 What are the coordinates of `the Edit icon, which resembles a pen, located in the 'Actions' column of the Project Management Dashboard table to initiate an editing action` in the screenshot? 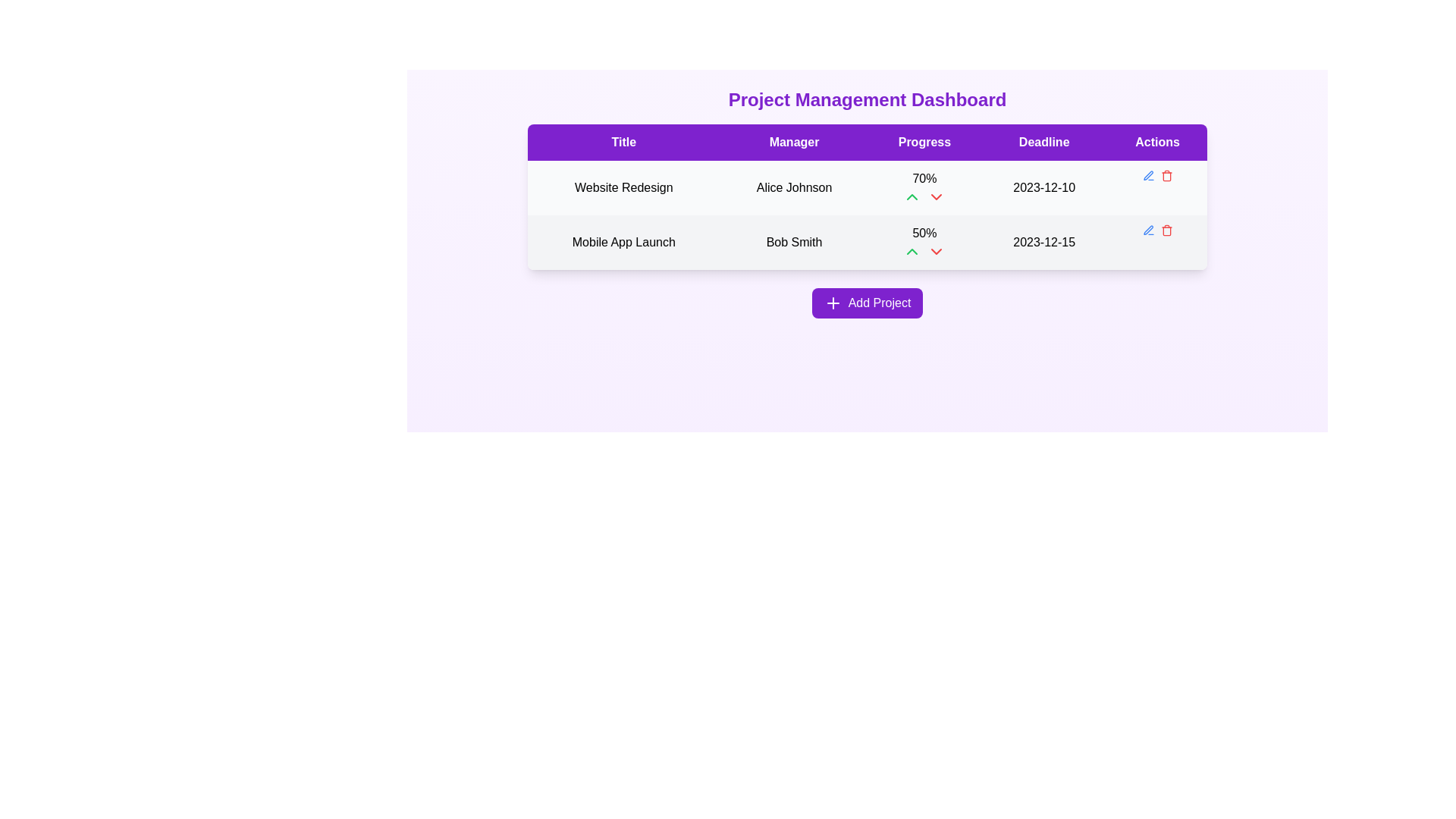 It's located at (1148, 230).